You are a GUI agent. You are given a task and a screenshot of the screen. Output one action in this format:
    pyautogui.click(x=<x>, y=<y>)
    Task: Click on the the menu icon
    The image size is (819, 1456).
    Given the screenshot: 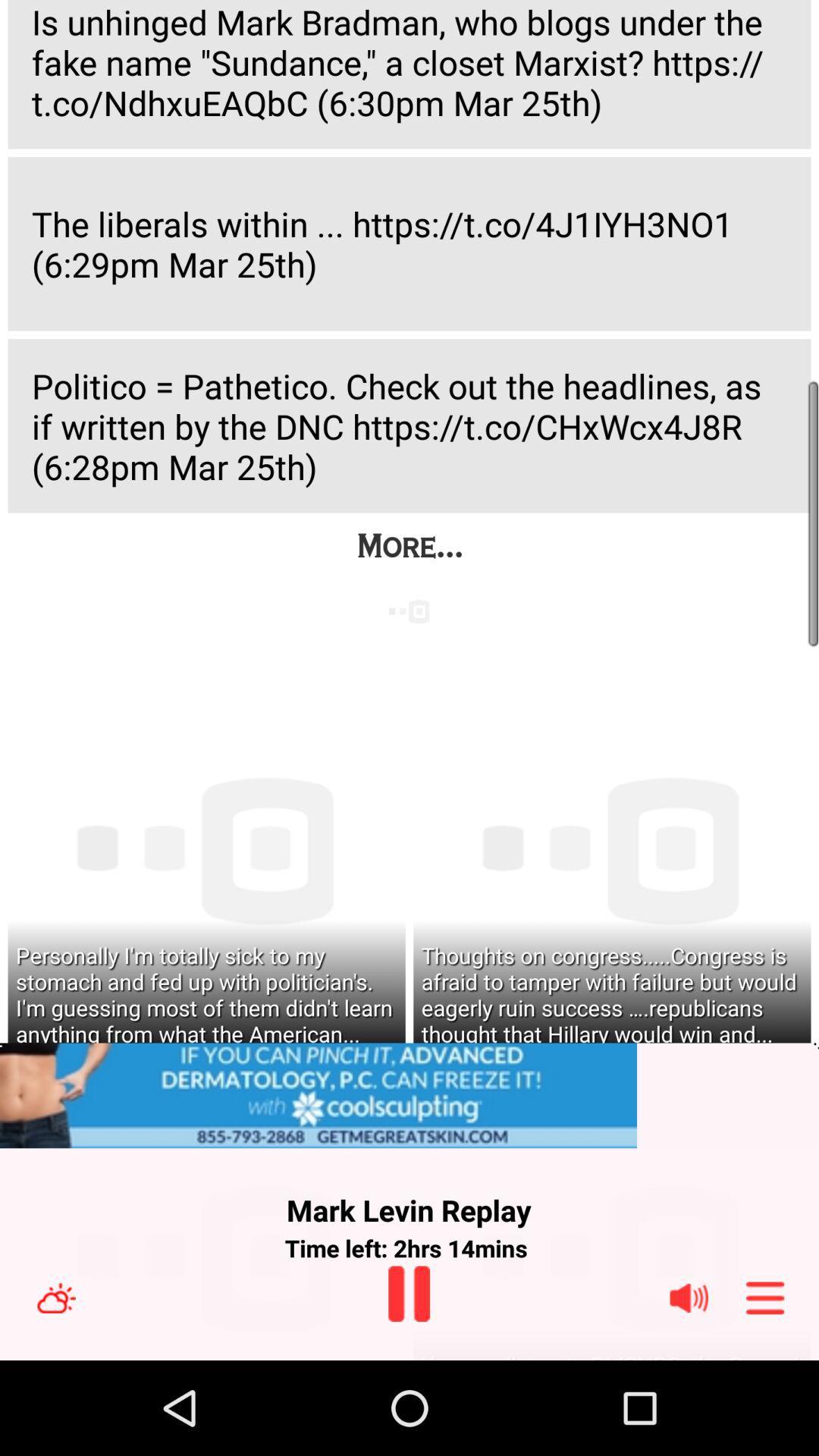 What is the action you would take?
    pyautogui.click(x=765, y=1389)
    